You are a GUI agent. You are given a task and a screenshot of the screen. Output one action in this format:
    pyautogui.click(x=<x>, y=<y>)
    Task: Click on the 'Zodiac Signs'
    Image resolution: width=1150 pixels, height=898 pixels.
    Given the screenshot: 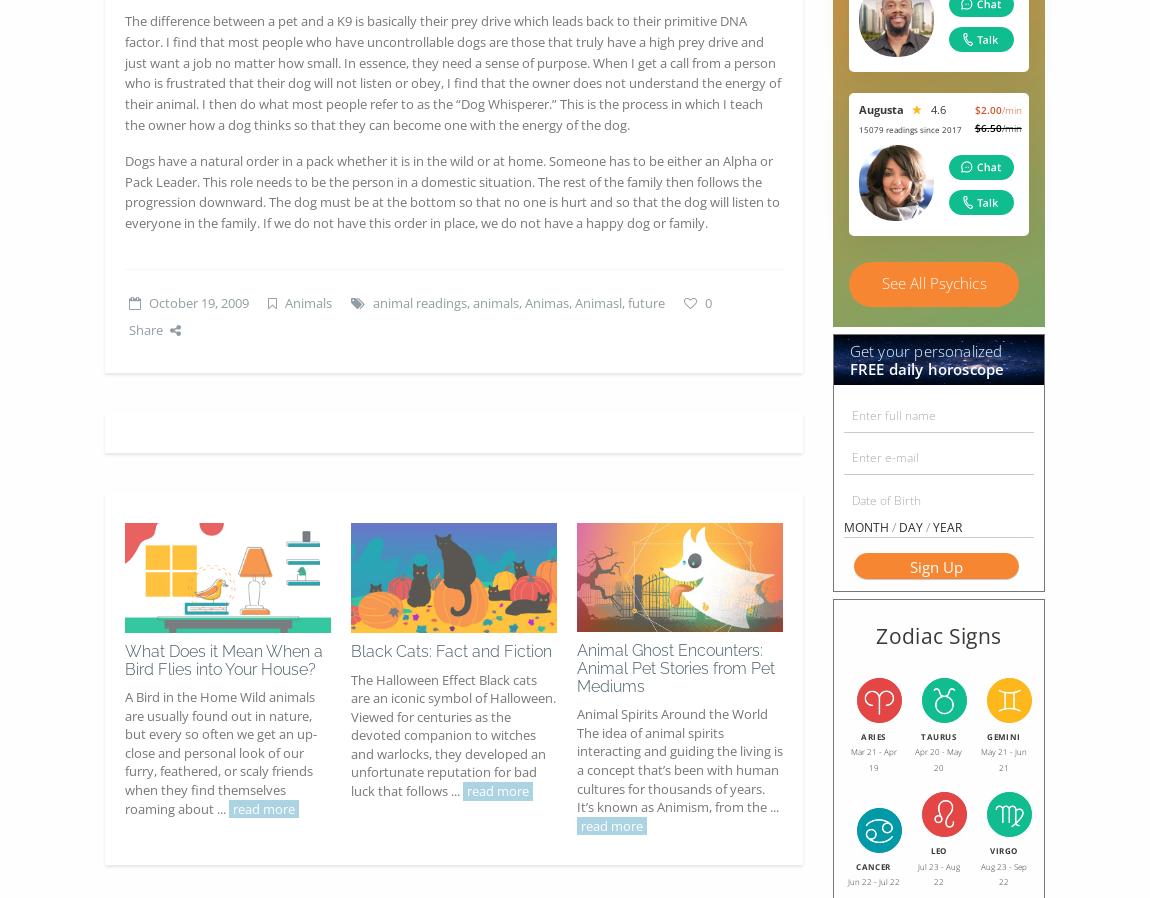 What is the action you would take?
    pyautogui.click(x=938, y=634)
    